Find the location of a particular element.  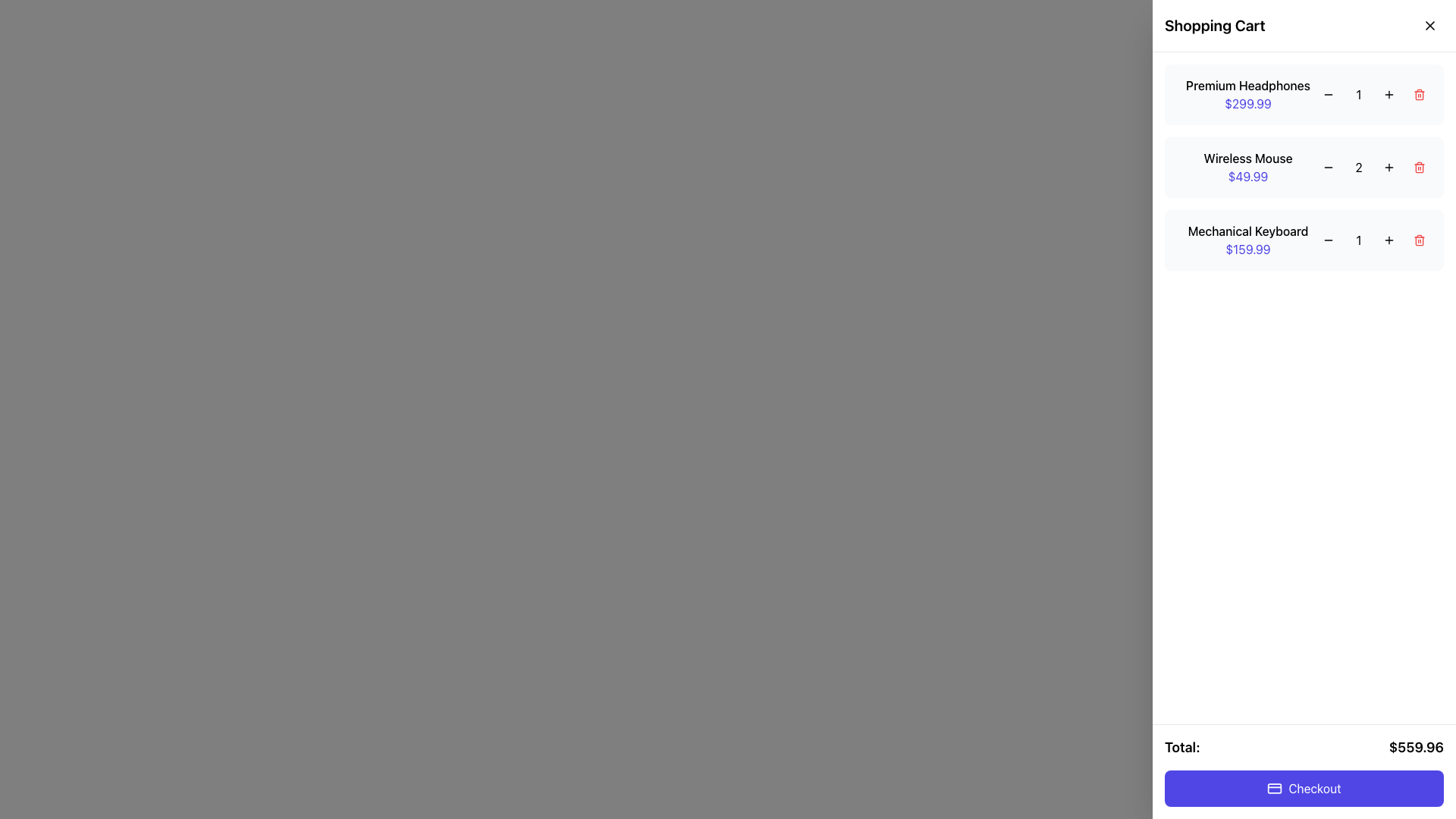

the decrement button icon for the 'Mechanical Keyboard' item in the shopping cart to reduce the quantity is located at coordinates (1328, 239).